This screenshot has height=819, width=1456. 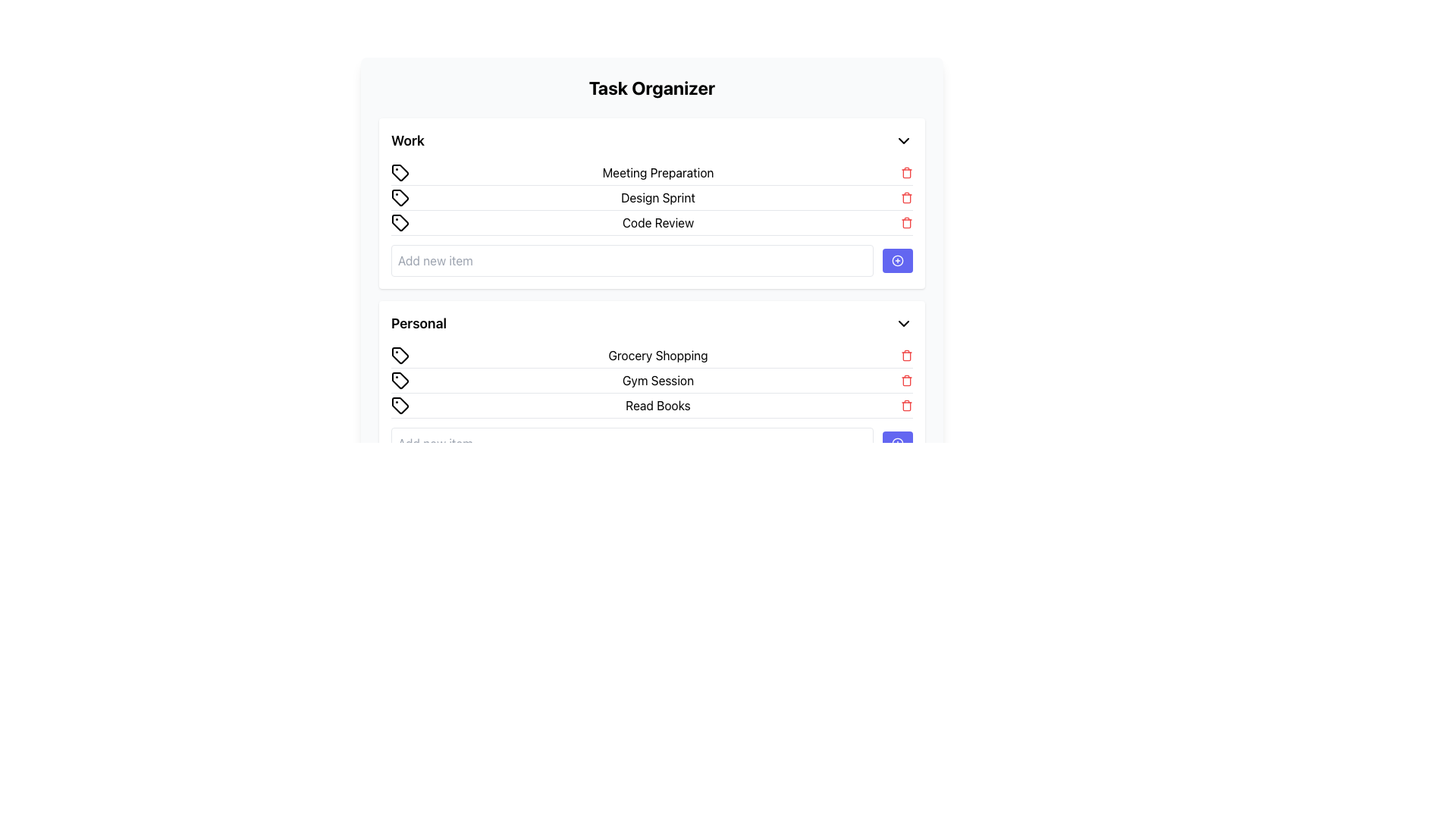 What do you see at coordinates (632, 444) in the screenshot?
I see `to select text in the text input field located in the 'Personal' section of the organizer, positioned below the list of tasks and aligned with a blue button` at bounding box center [632, 444].